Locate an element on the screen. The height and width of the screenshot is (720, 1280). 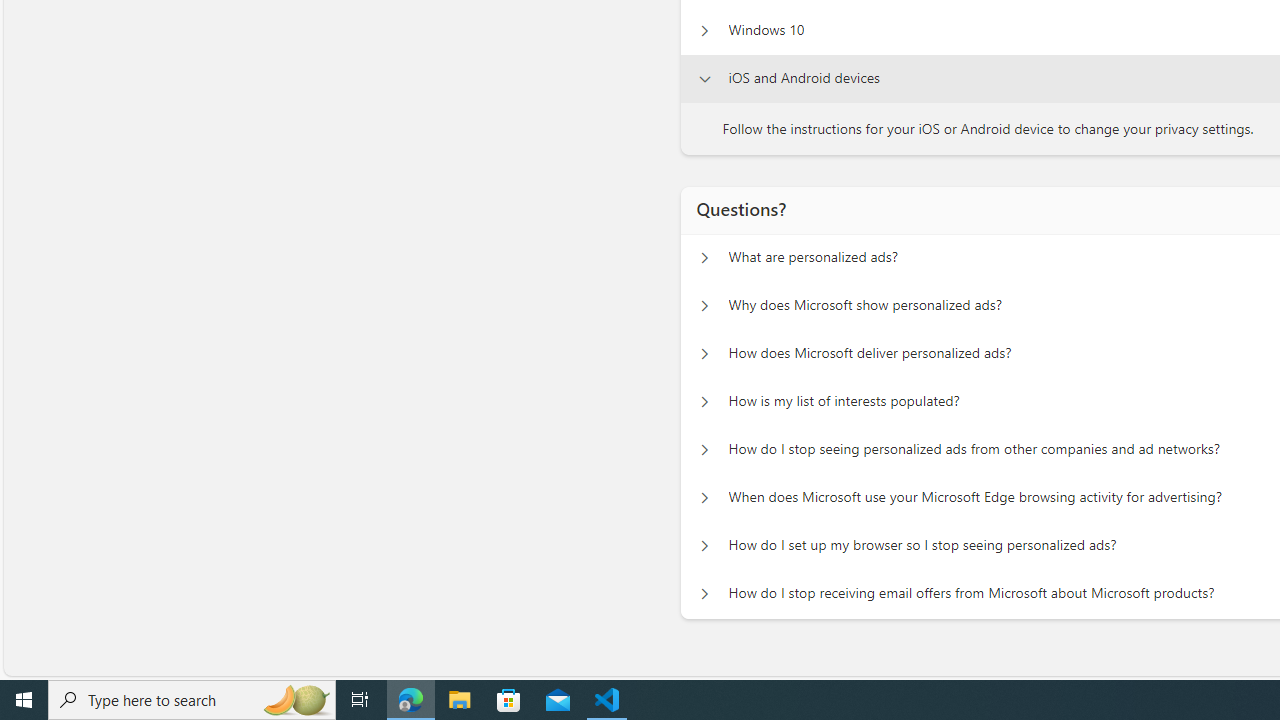
'Questions? What are personalized ads?' is located at coordinates (704, 257).